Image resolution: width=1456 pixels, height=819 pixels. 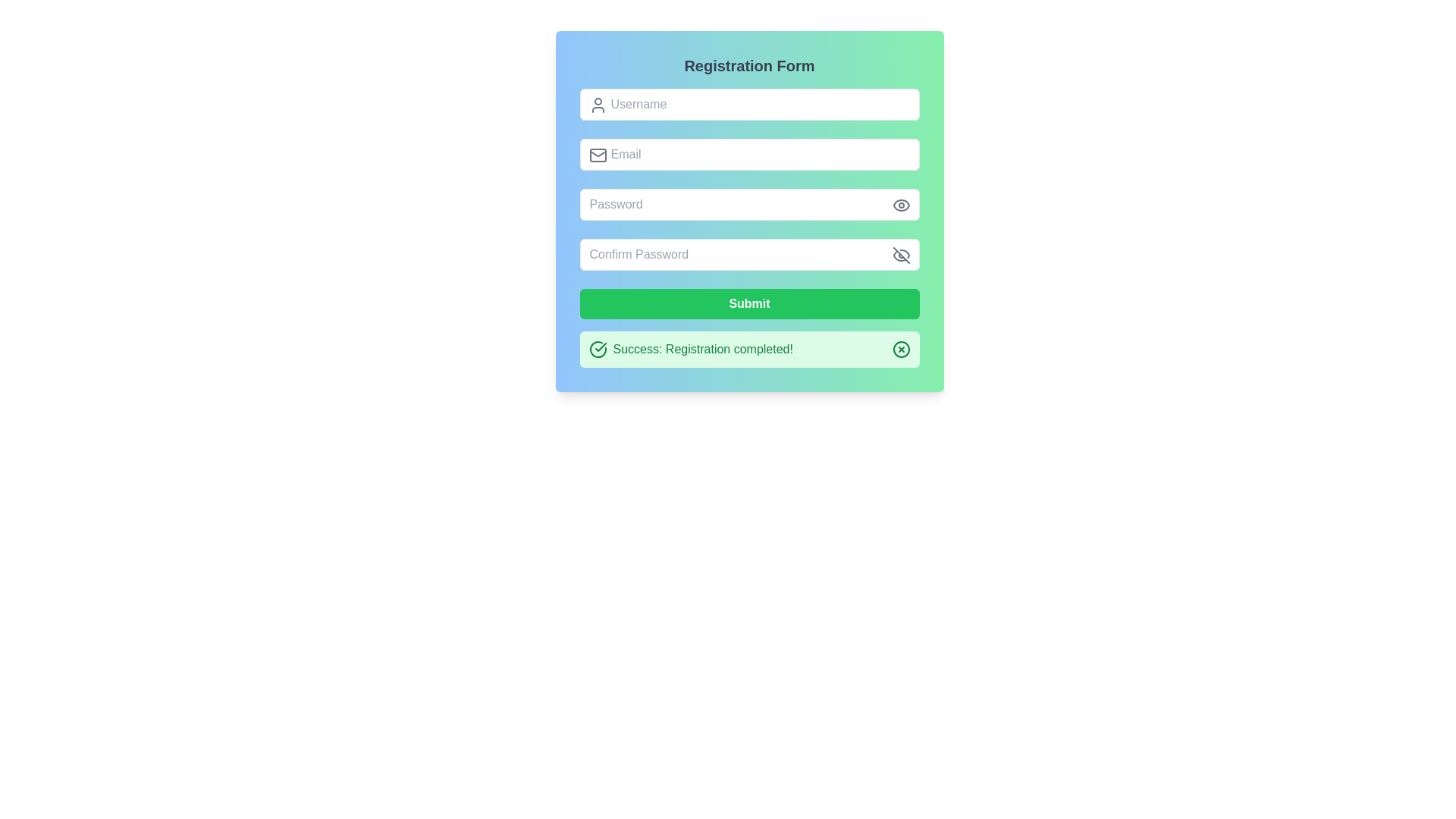 I want to click on the success icon located to the left of the notification message box indicating 'Success: Registration completed!', so click(x=597, y=350).